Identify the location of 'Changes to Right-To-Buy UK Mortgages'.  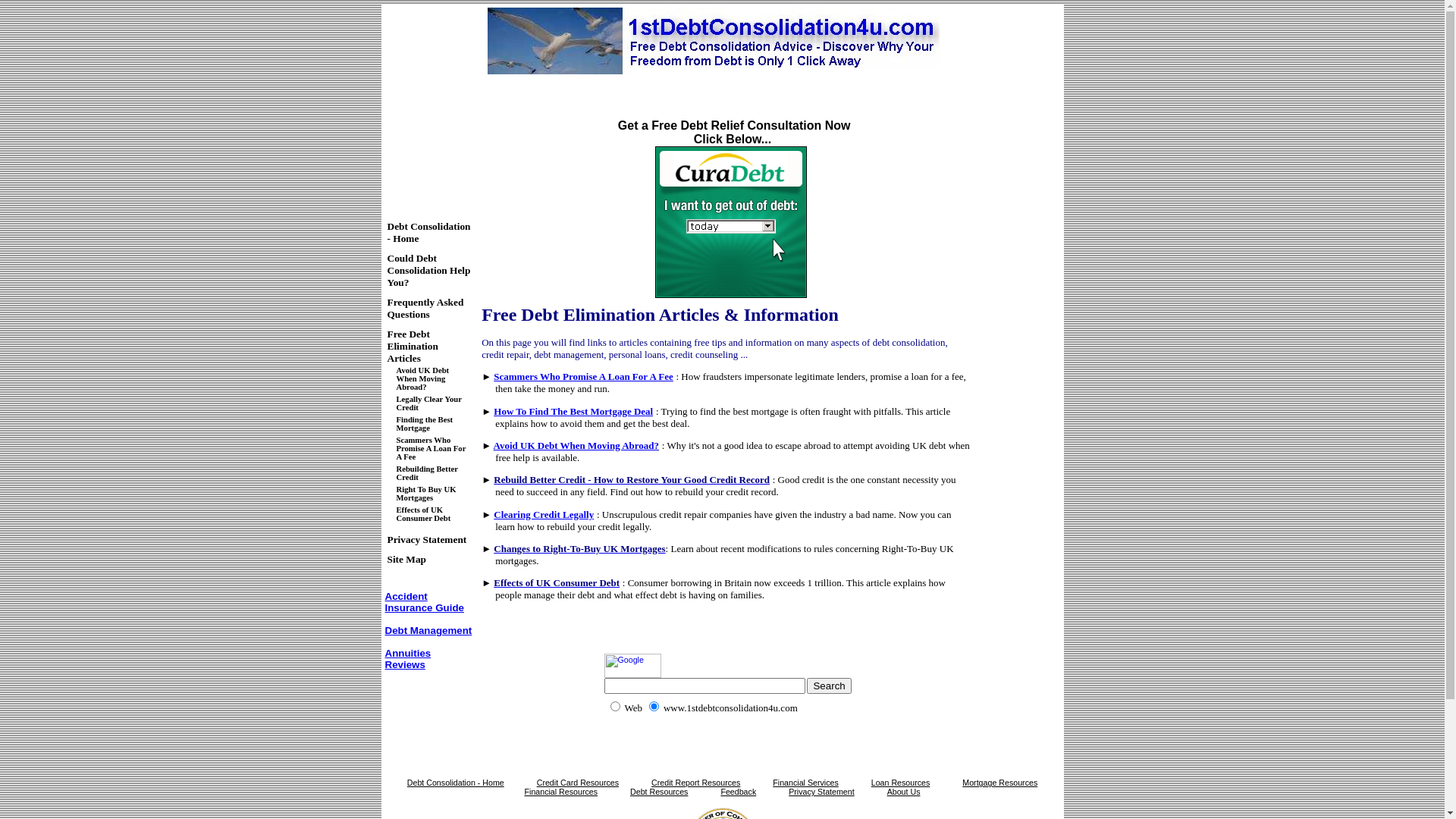
(578, 548).